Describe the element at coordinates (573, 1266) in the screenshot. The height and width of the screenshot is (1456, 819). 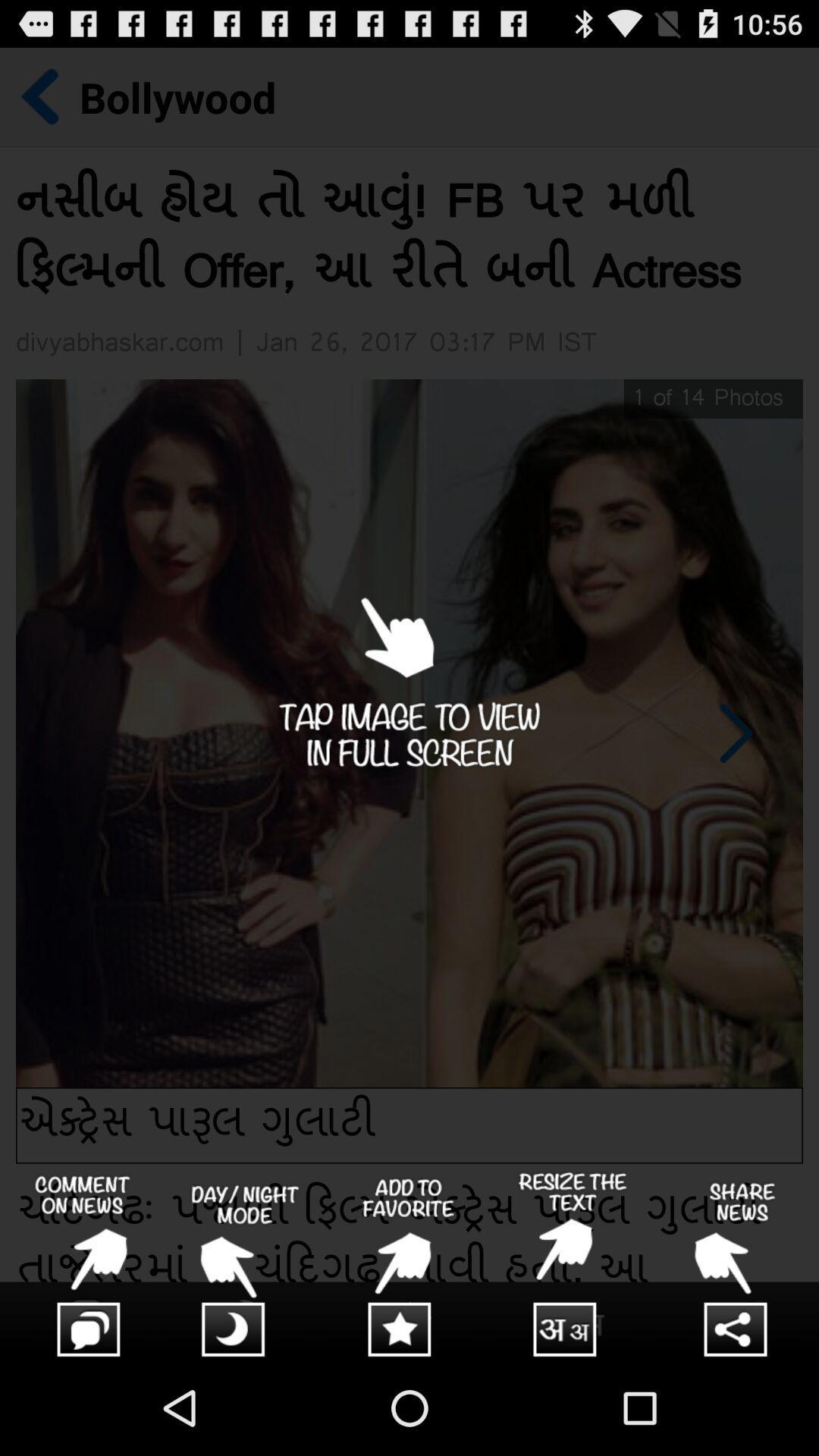
I see `right down option` at that location.